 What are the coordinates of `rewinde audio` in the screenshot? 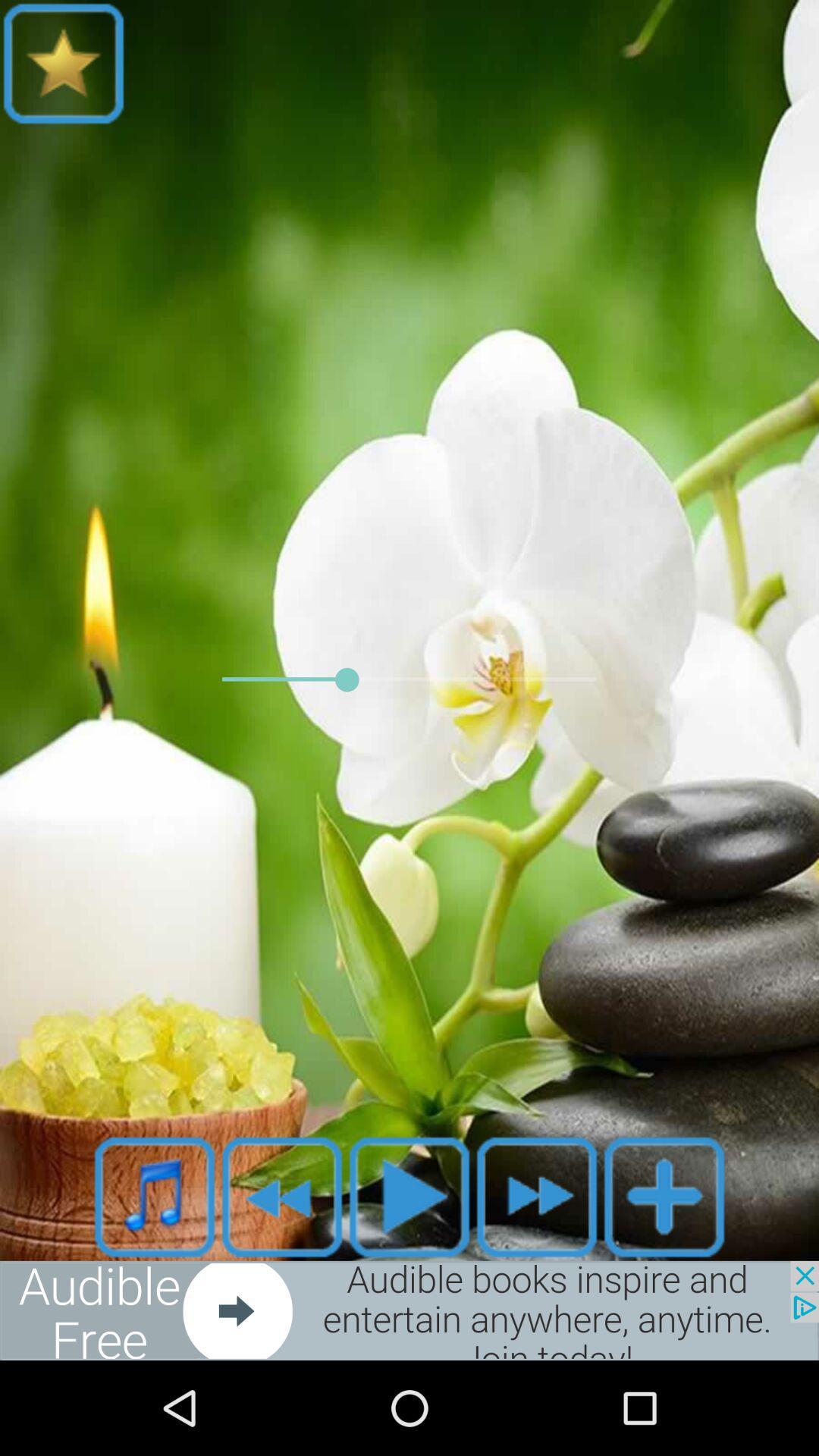 It's located at (281, 1196).